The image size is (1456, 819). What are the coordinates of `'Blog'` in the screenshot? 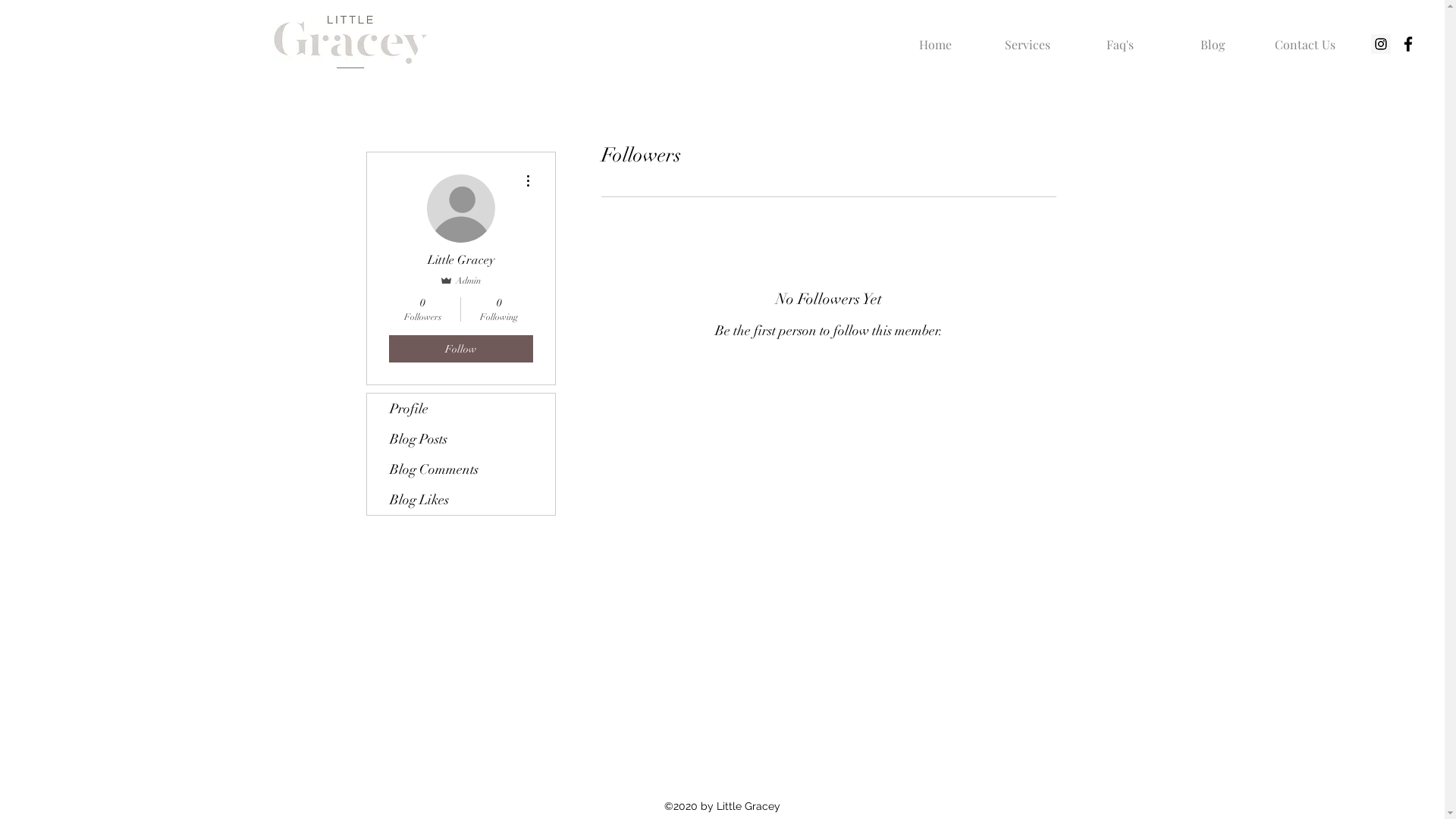 It's located at (1211, 37).